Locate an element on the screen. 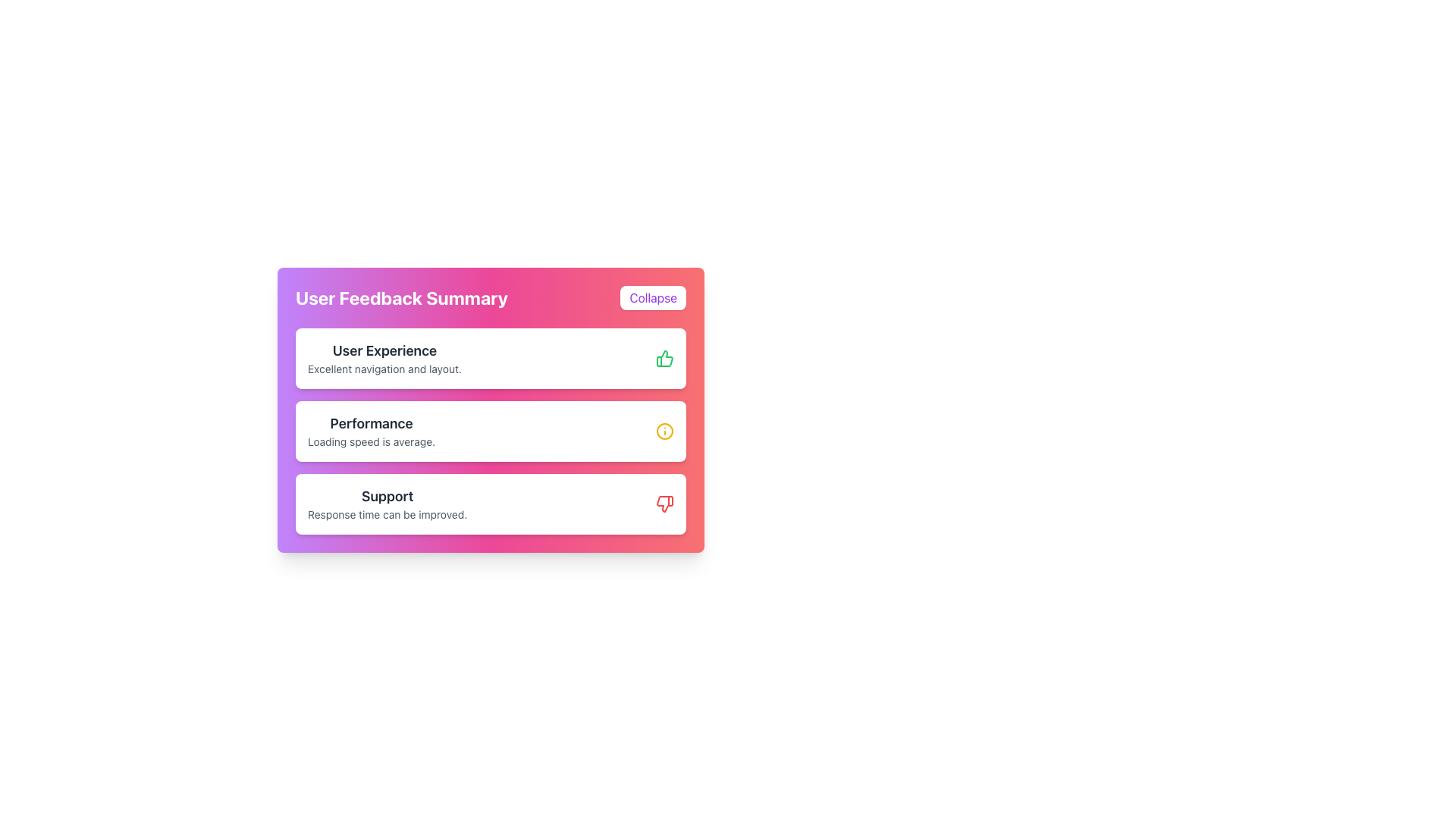  textual content related to the 'Support' category located in the third card of the 'User Feedback Summary' section, which summarizes comments about response times is located at coordinates (388, 504).